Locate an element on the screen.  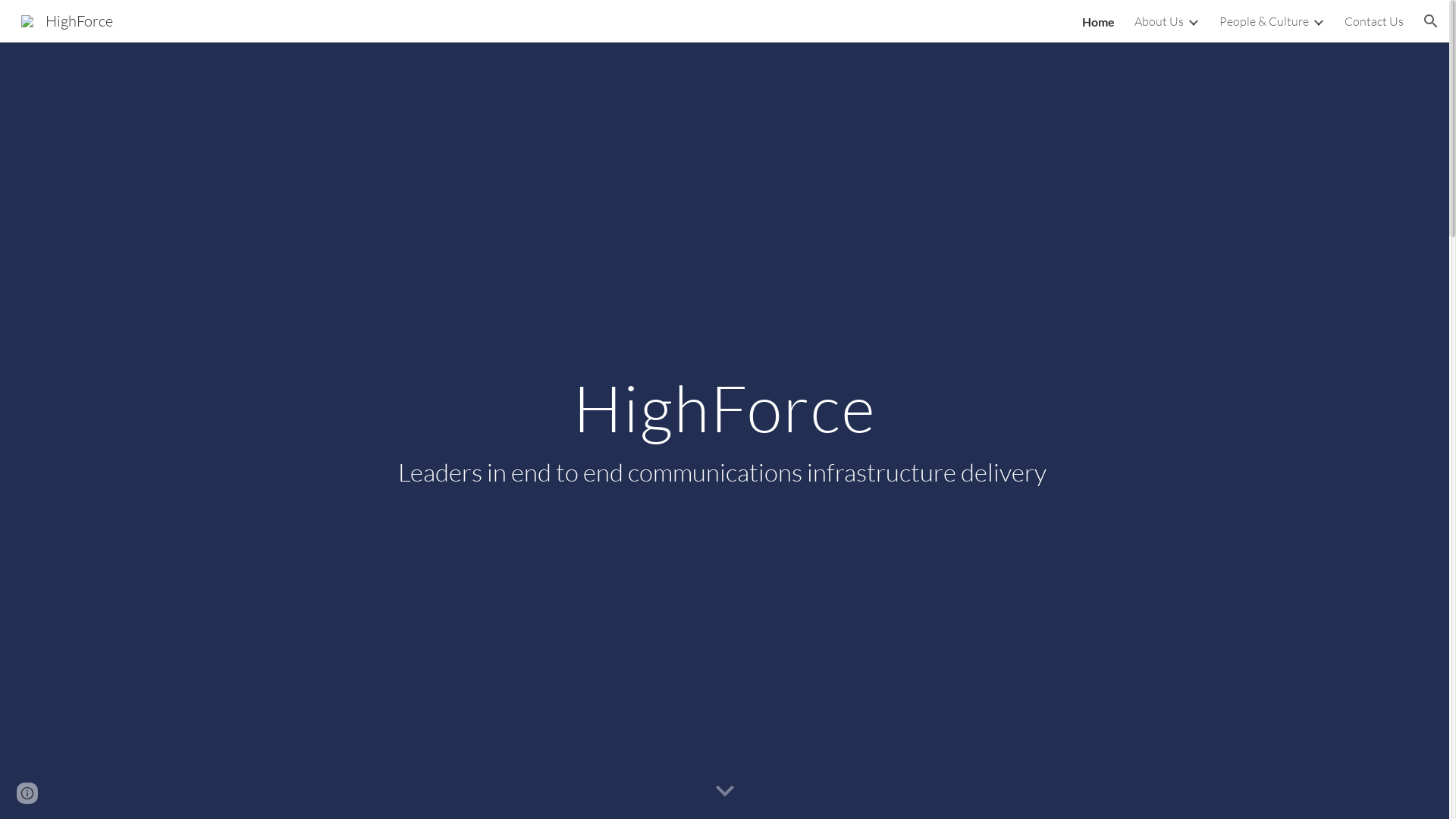
'About Us' is located at coordinates (1158, 20).